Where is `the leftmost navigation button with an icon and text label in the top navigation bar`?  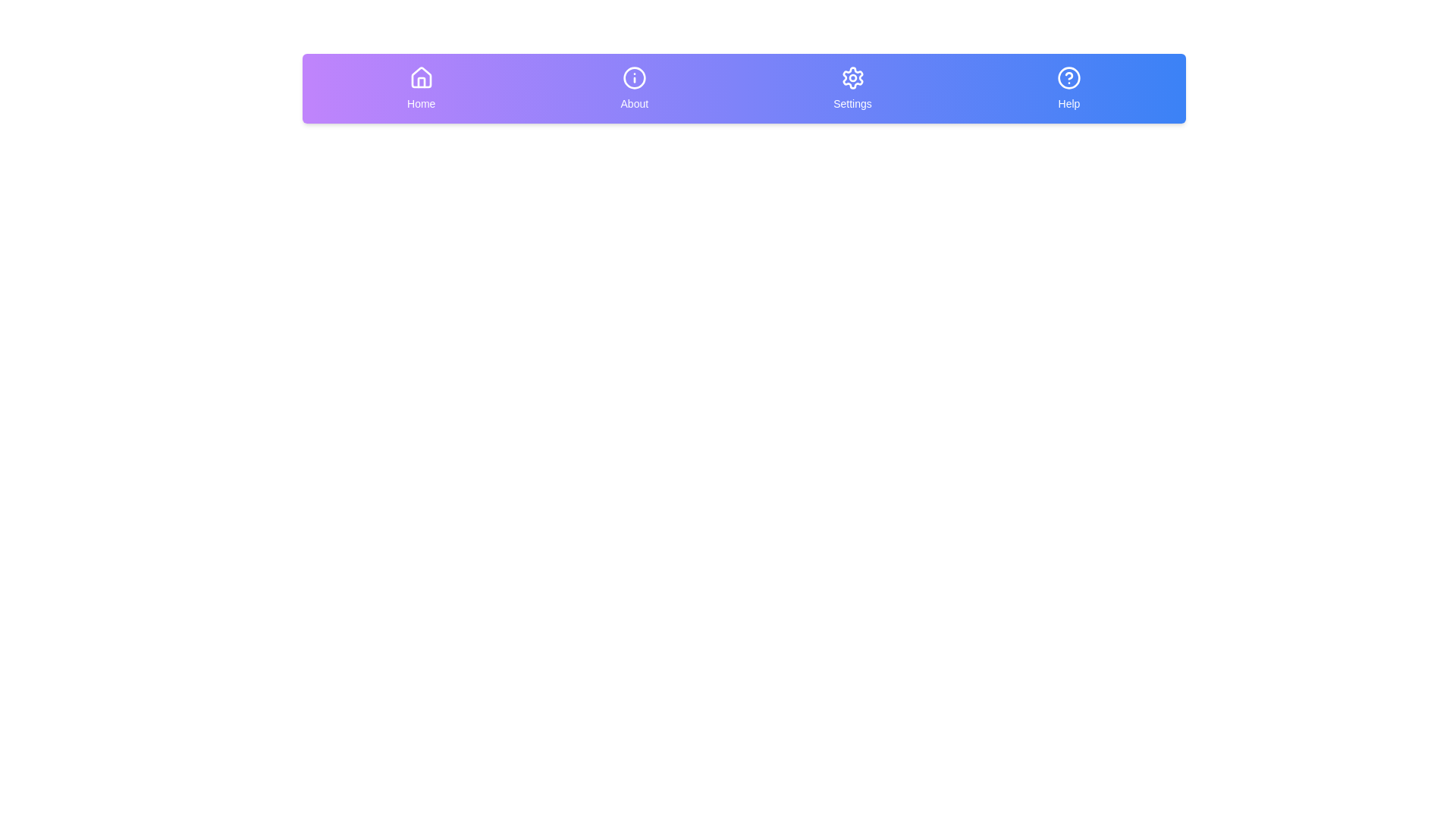
the leftmost navigation button with an icon and text label in the top navigation bar is located at coordinates (421, 88).